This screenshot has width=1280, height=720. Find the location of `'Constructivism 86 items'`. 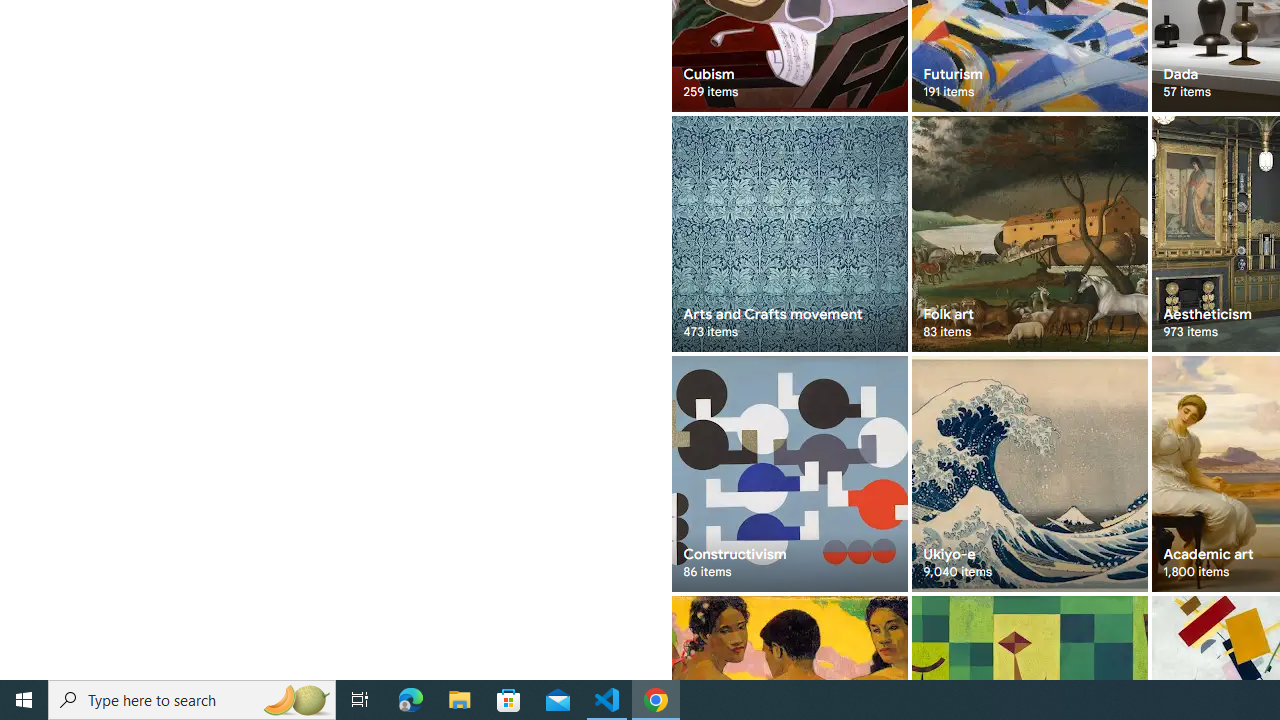

'Constructivism 86 items' is located at coordinates (788, 473).